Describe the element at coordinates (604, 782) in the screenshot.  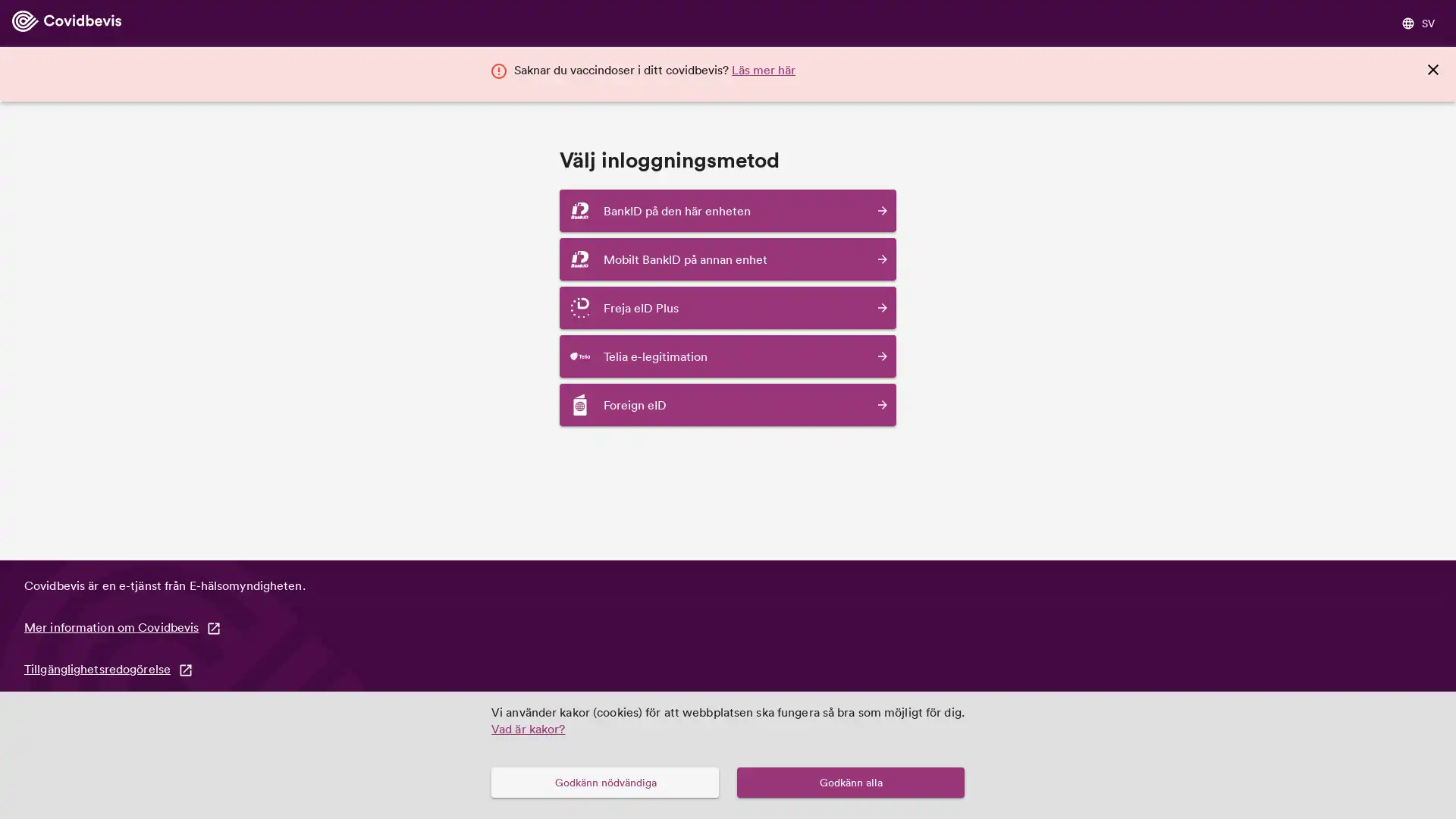
I see `Godkann nodvandiga` at that location.